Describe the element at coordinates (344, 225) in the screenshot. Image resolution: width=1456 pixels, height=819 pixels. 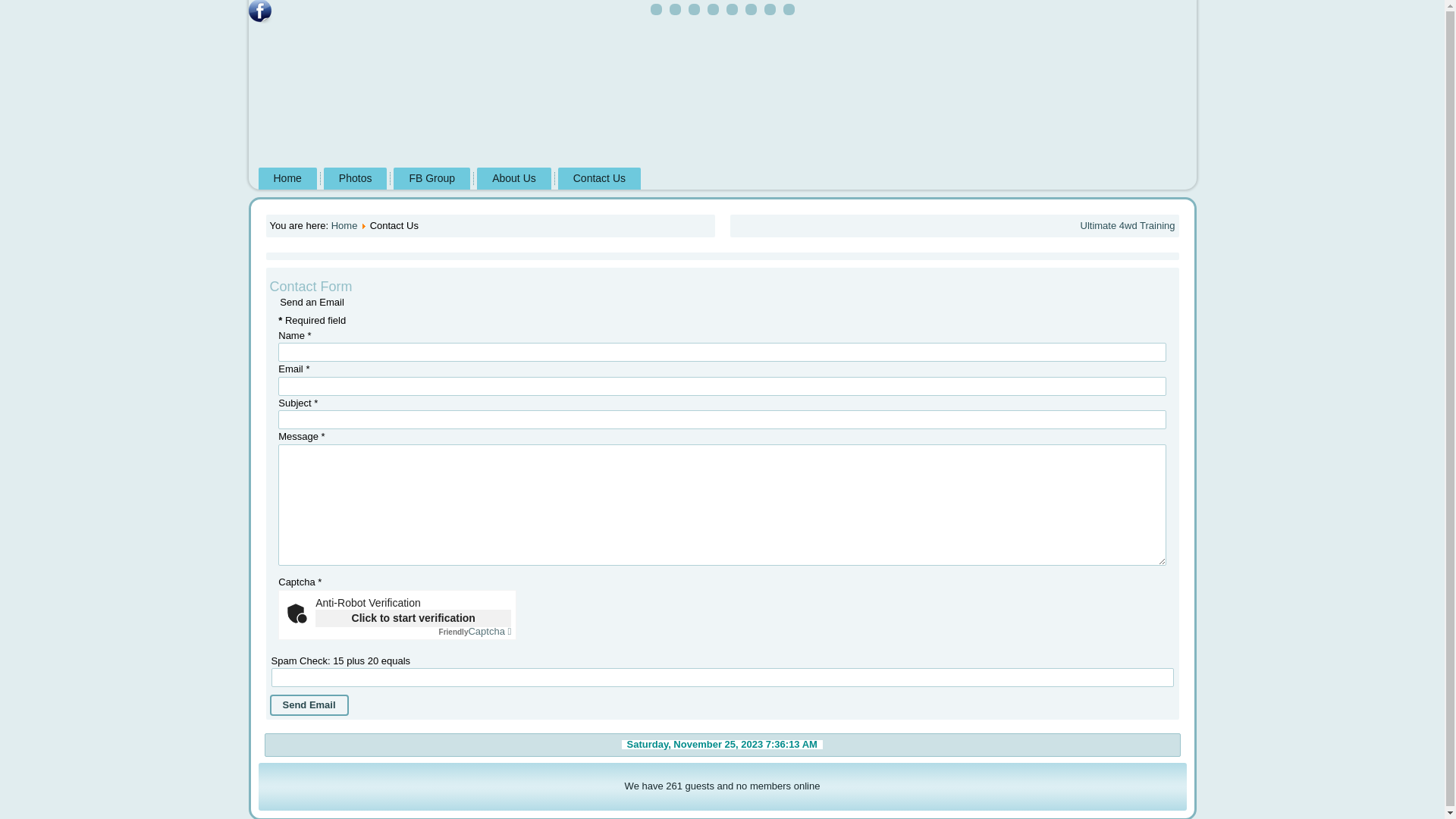
I see `'Home'` at that location.